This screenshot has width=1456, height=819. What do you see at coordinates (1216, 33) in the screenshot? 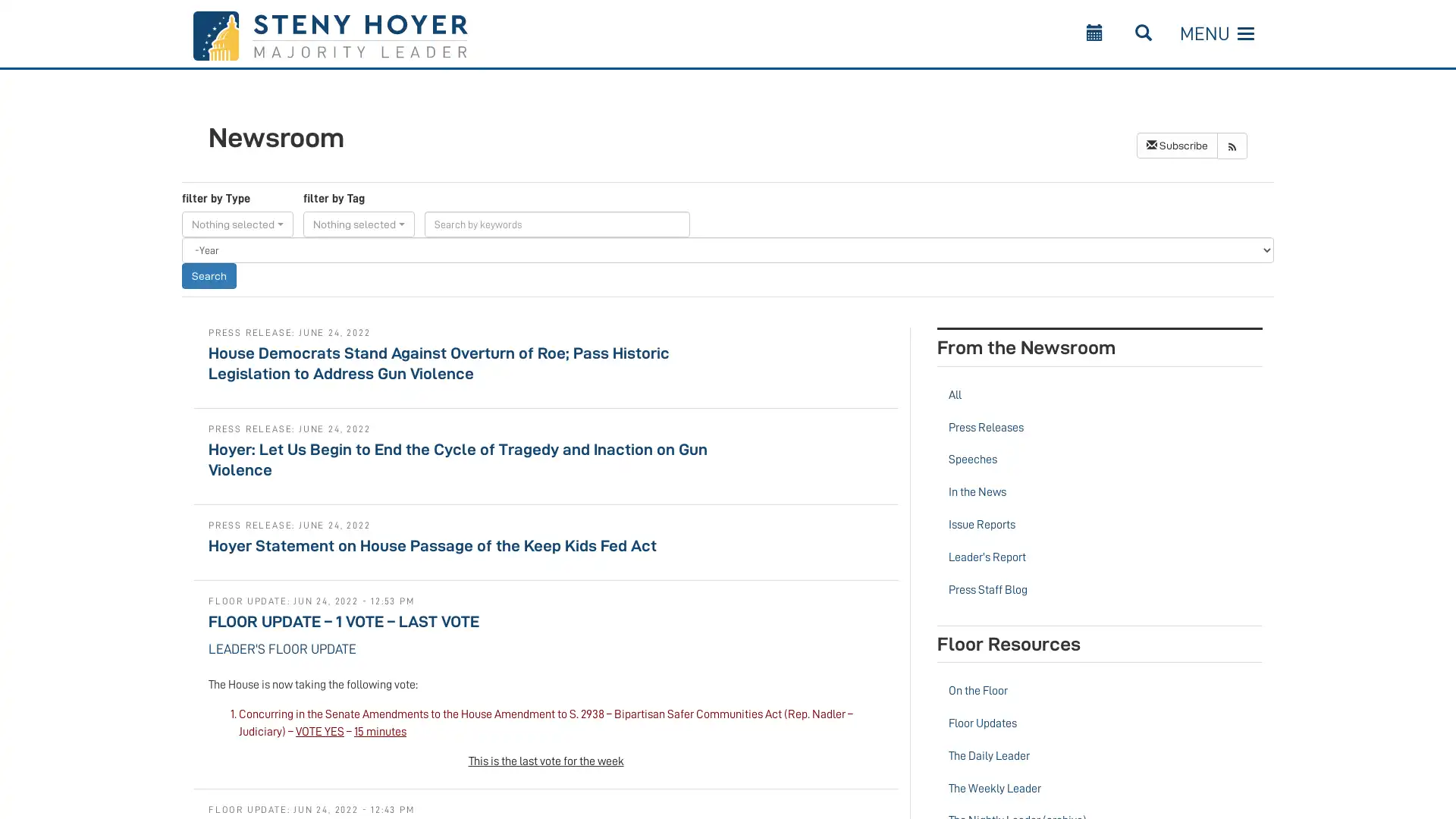
I see `MENU` at bounding box center [1216, 33].